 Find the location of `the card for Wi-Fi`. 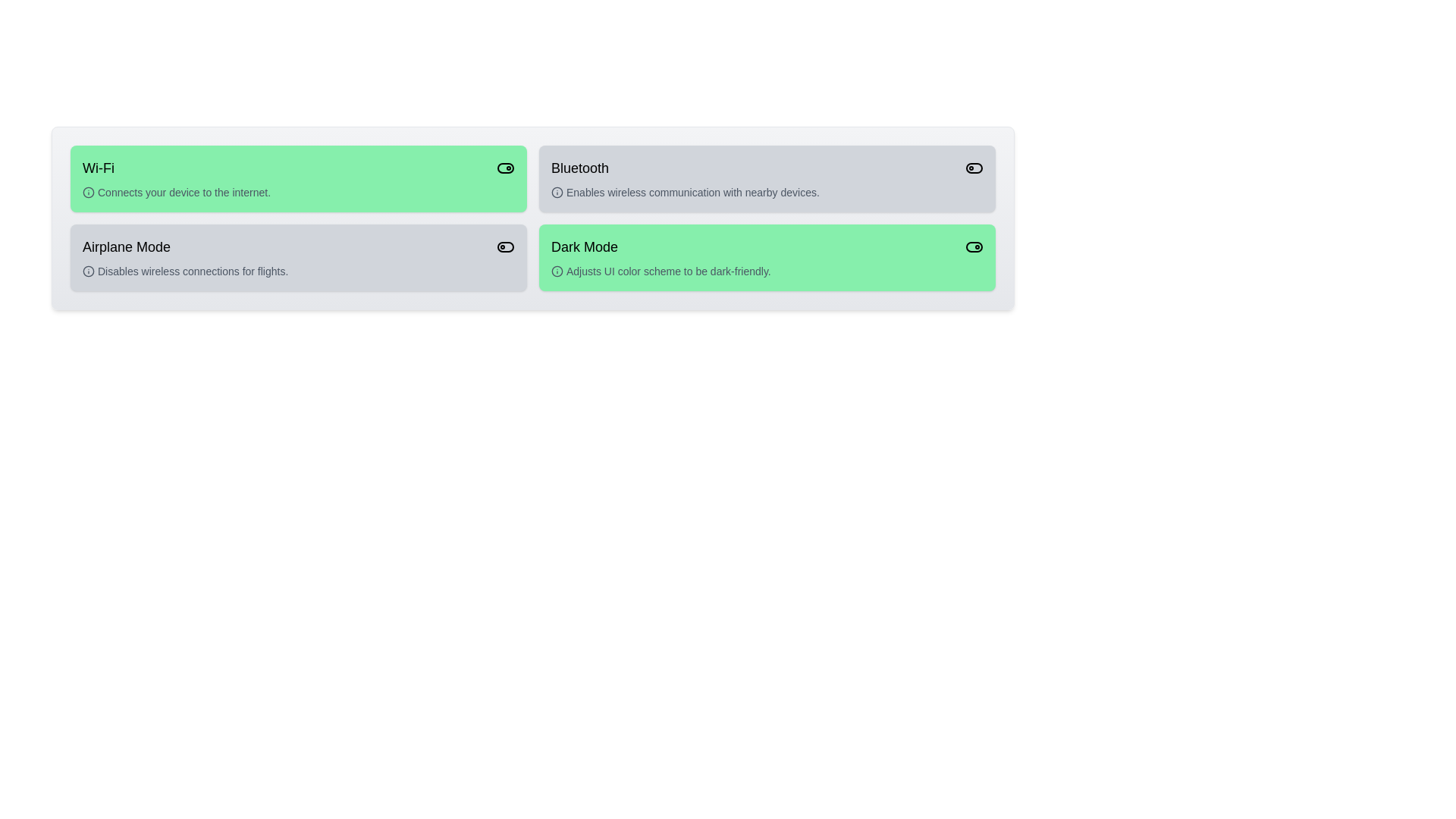

the card for Wi-Fi is located at coordinates (298, 177).